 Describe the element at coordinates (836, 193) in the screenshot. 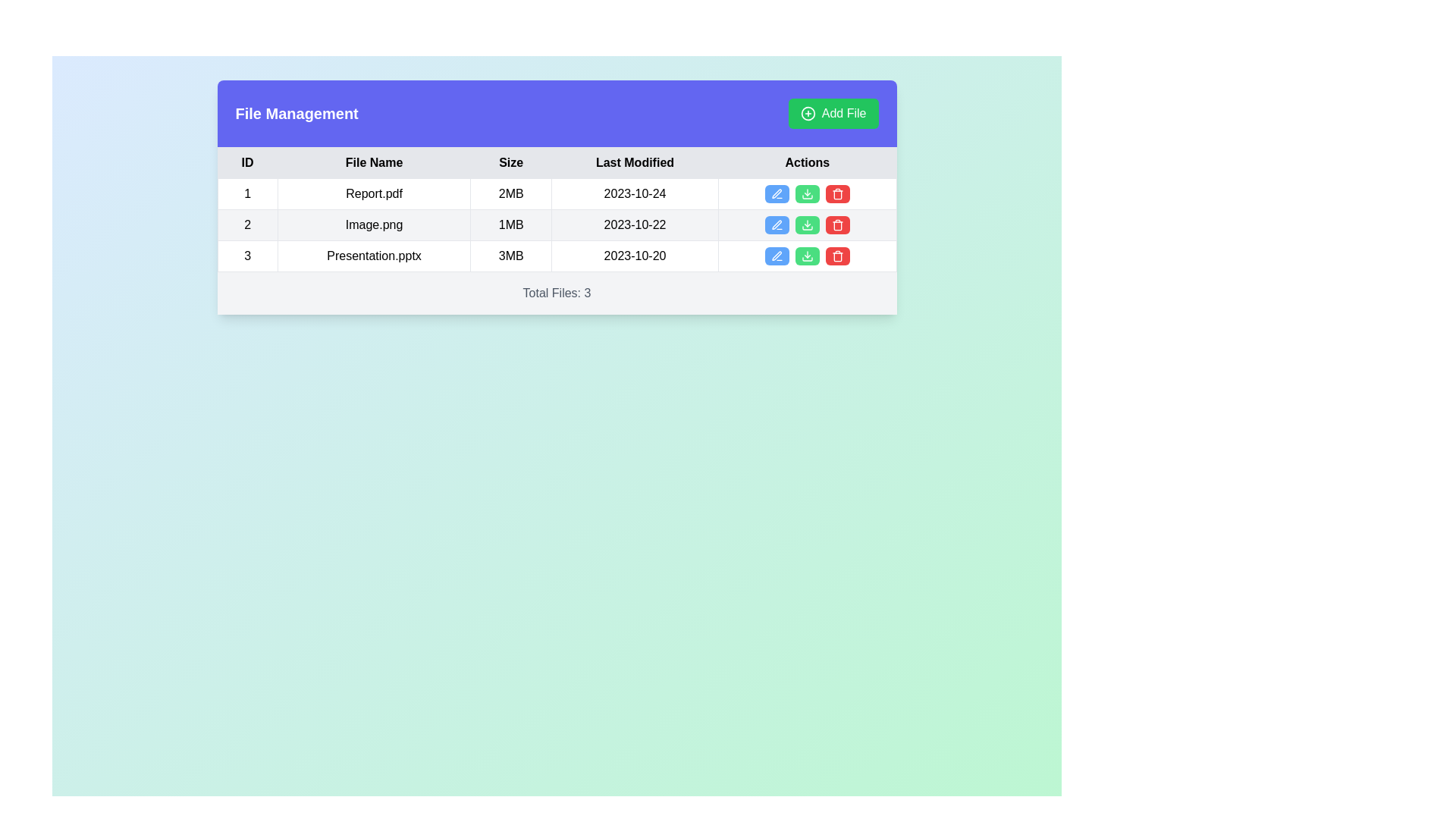

I see `the trash can button, which is the third action button in the row's 'Actions' column` at that location.